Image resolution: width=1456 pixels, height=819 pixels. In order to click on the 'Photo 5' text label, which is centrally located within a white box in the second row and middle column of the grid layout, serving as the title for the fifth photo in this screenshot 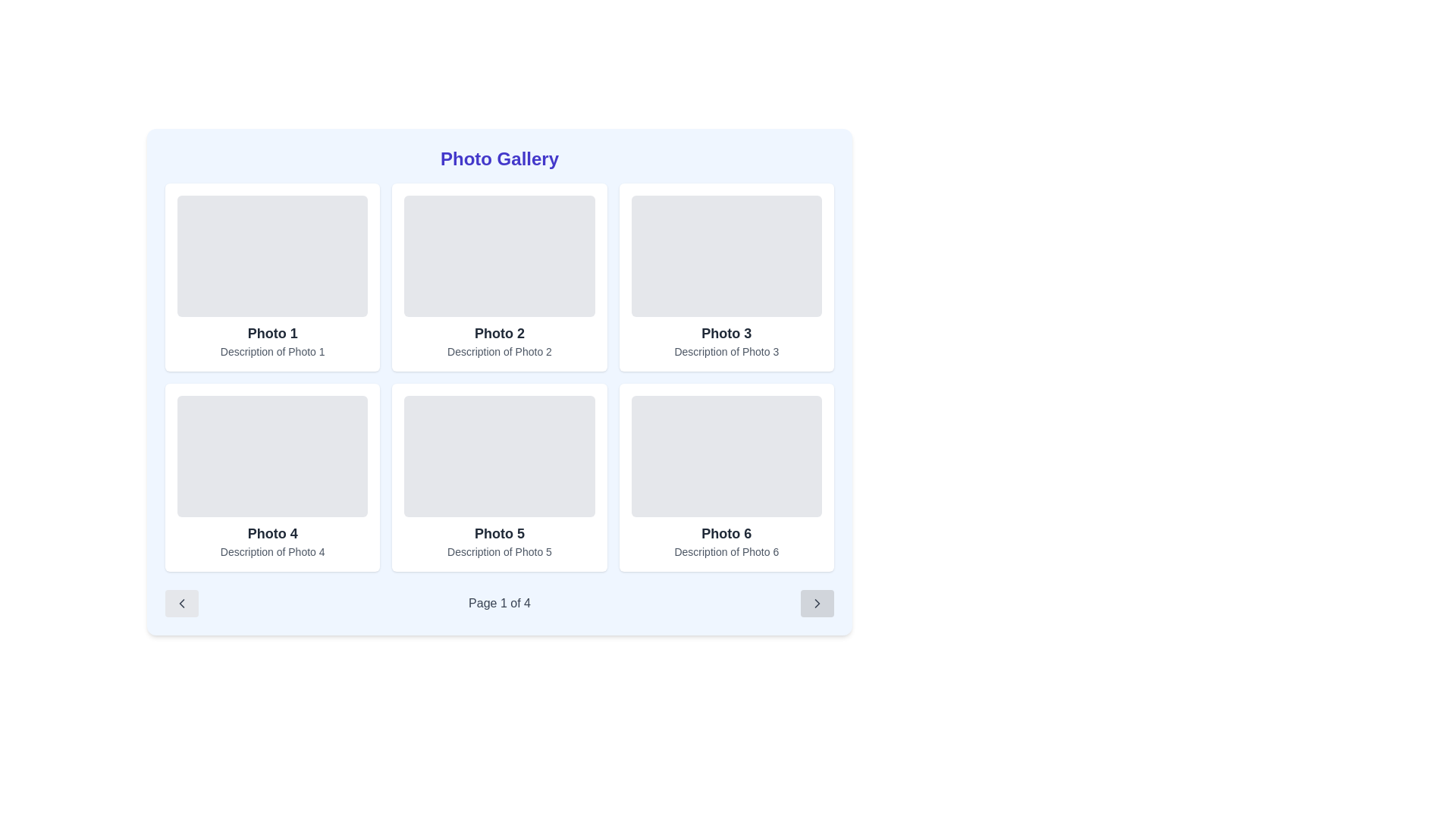, I will do `click(499, 533)`.